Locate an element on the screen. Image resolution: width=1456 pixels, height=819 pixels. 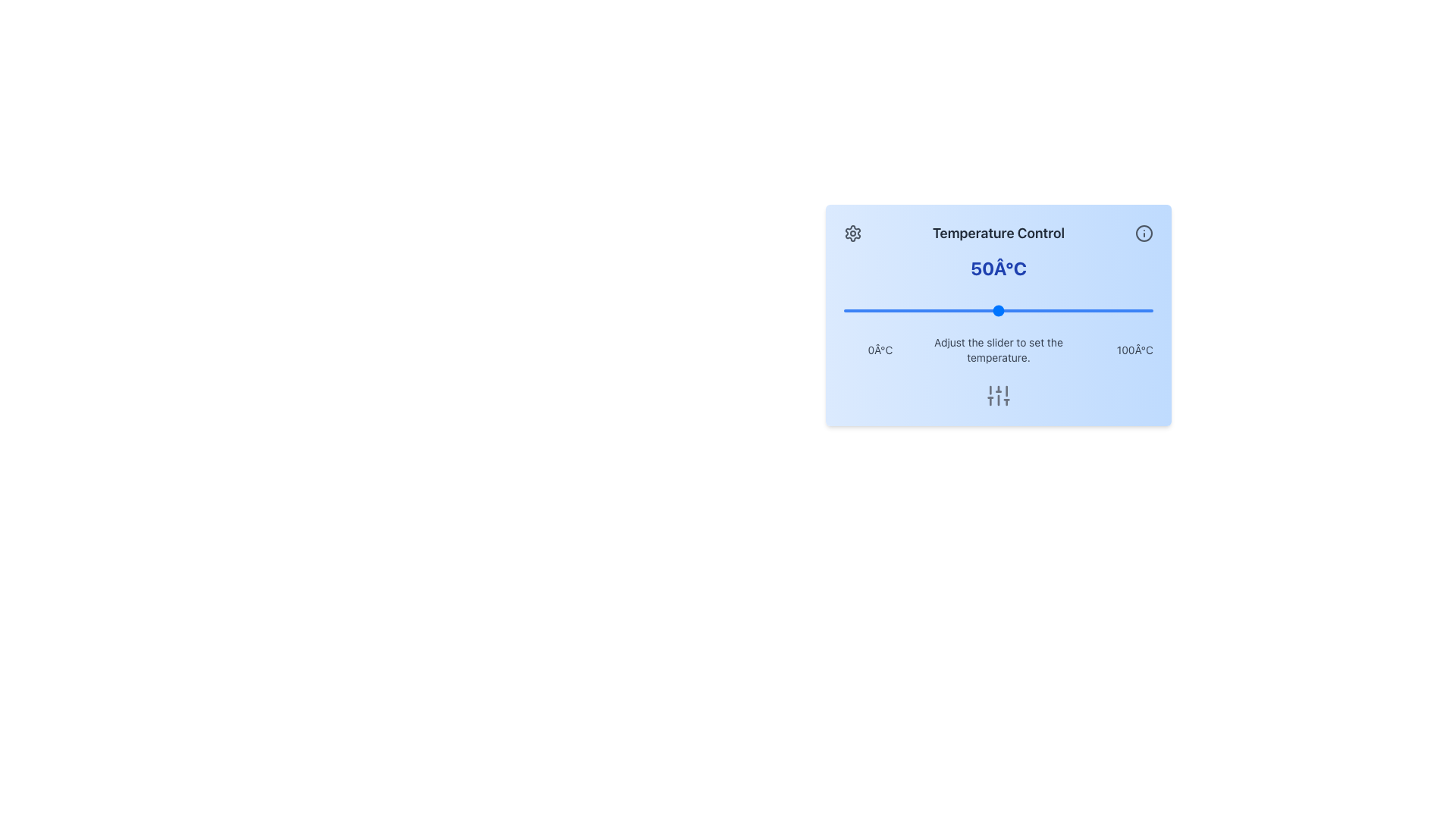
temperature is located at coordinates (920, 309).